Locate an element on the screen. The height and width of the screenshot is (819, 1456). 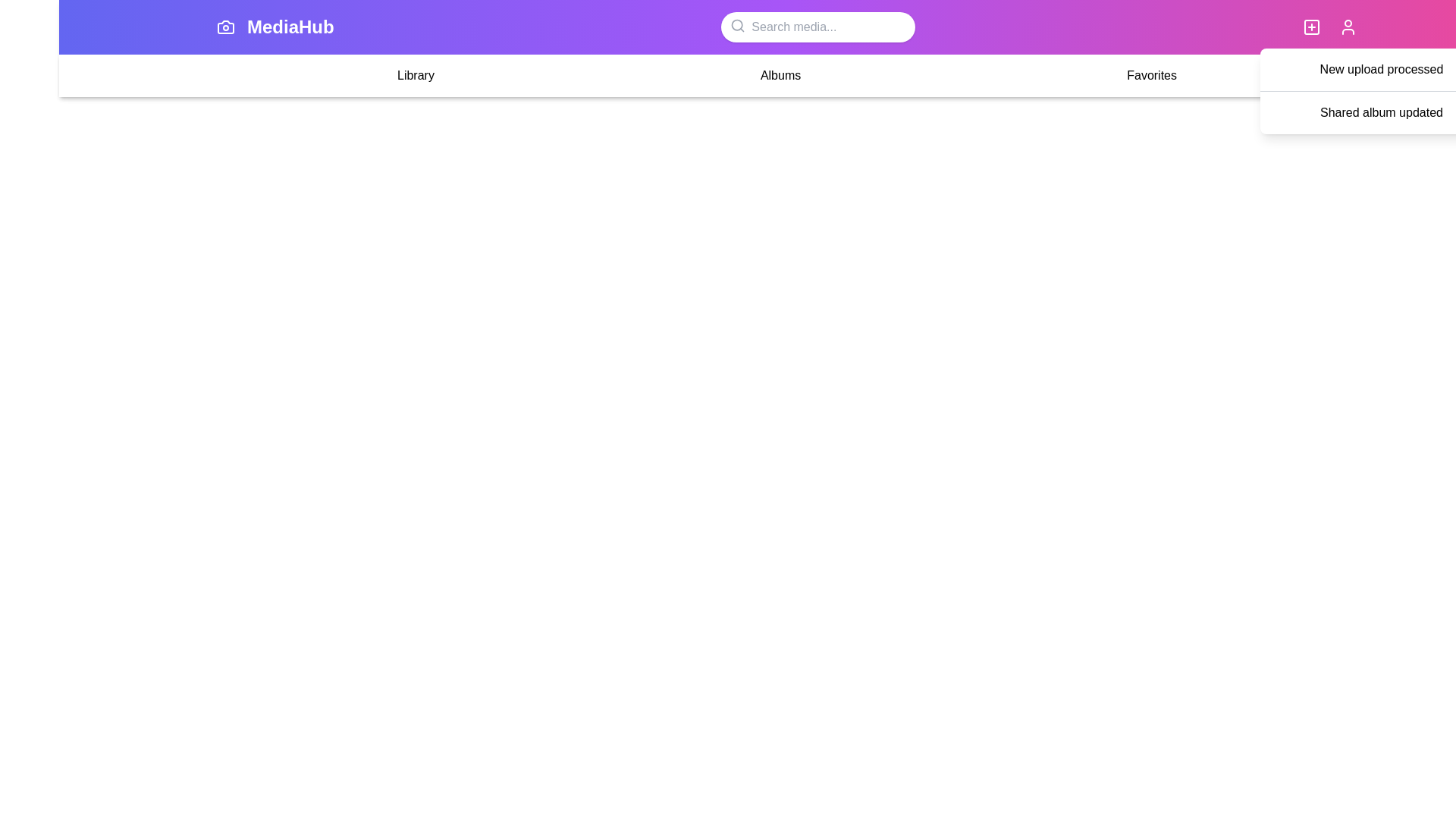
the 'Favorites' menu item to navigate to the favorites section is located at coordinates (1151, 76).